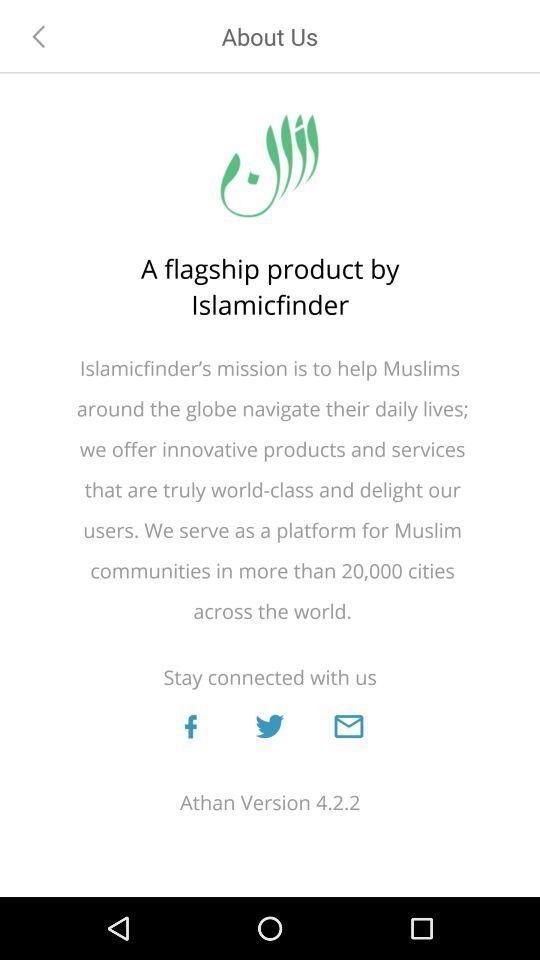  Describe the element at coordinates (190, 725) in the screenshot. I see `open facebook` at that location.